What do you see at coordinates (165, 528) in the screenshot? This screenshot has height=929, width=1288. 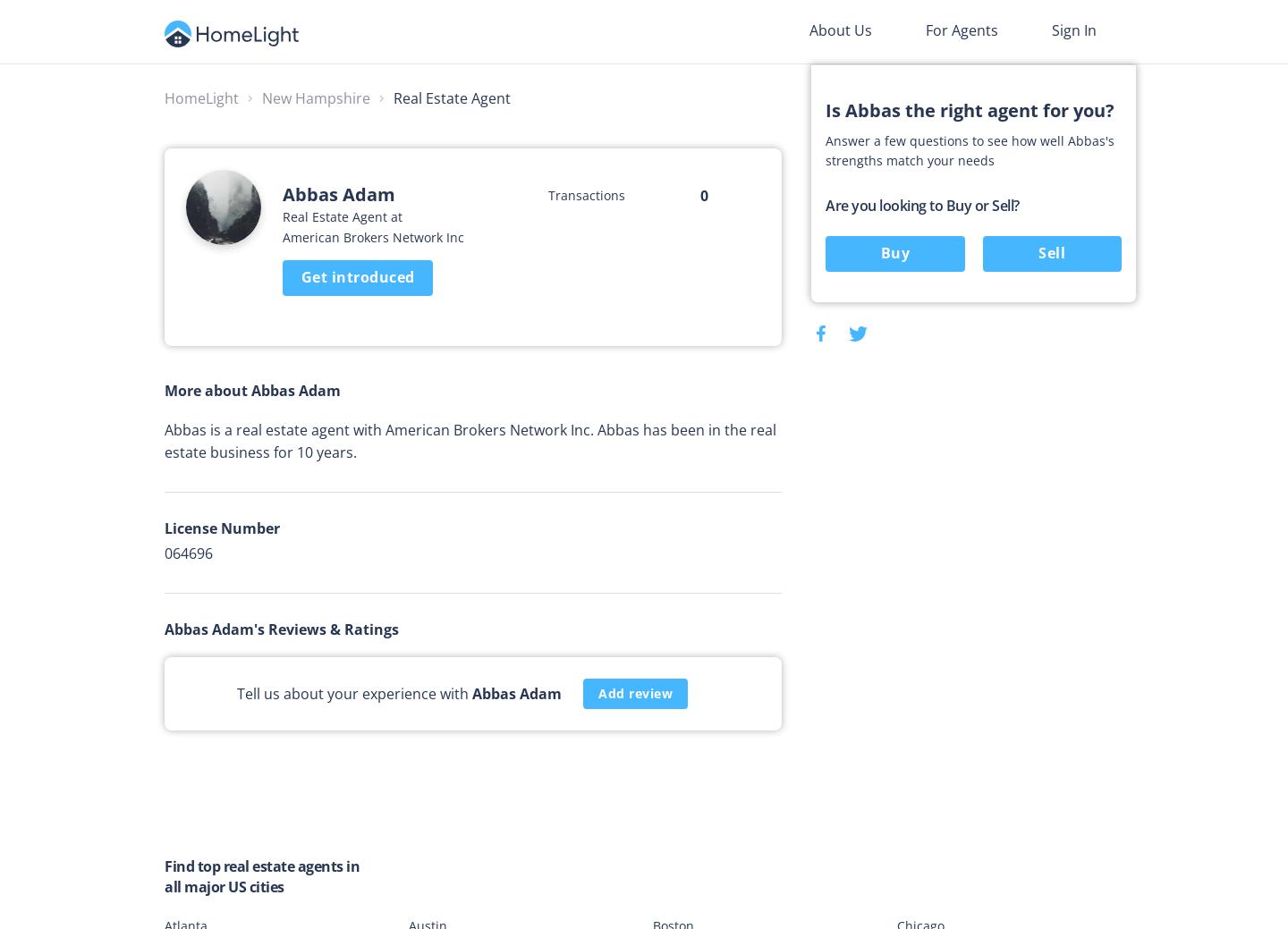 I see `'License Number'` at bounding box center [165, 528].